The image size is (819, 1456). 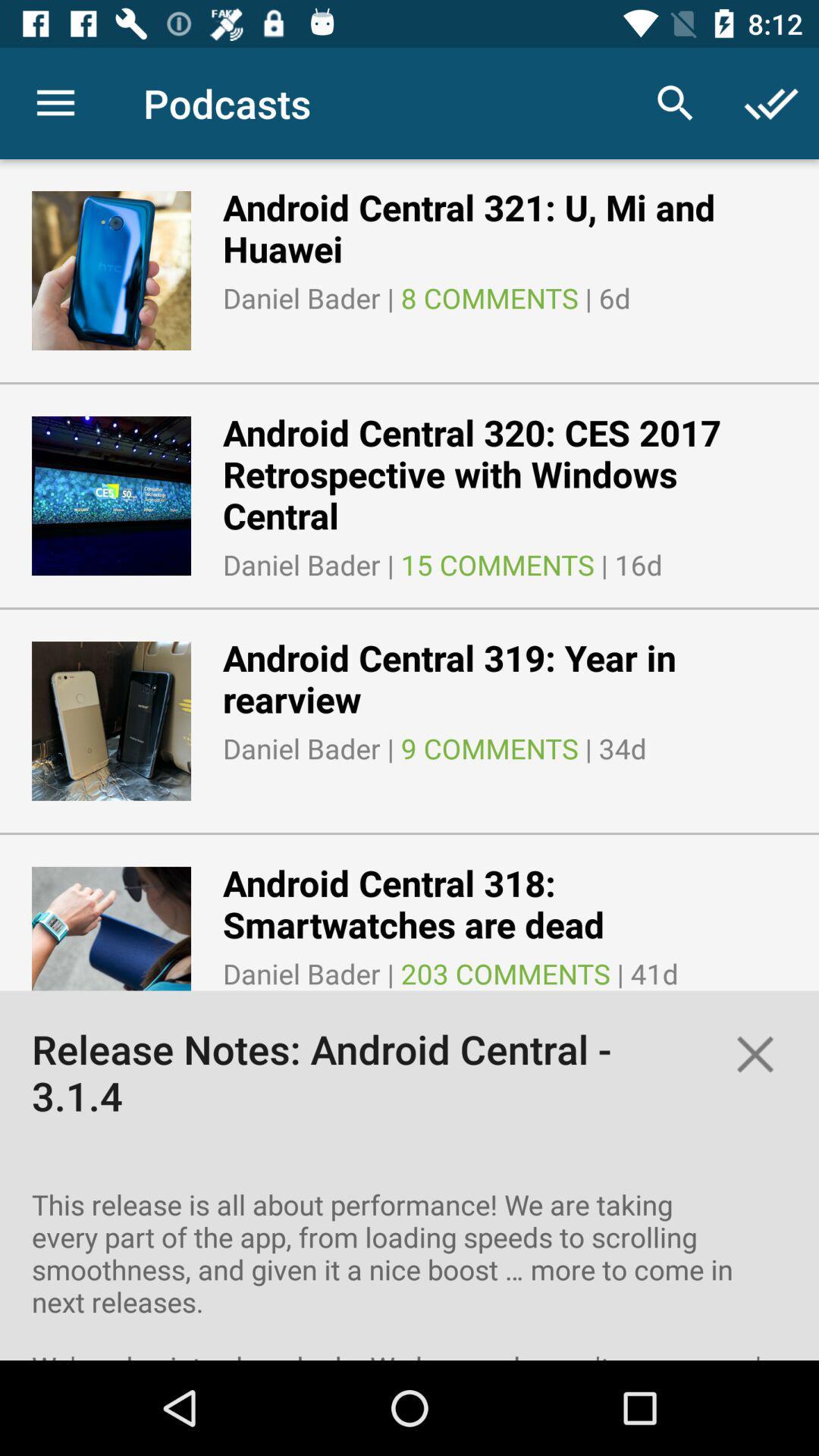 What do you see at coordinates (755, 1053) in the screenshot?
I see `the close icon` at bounding box center [755, 1053].